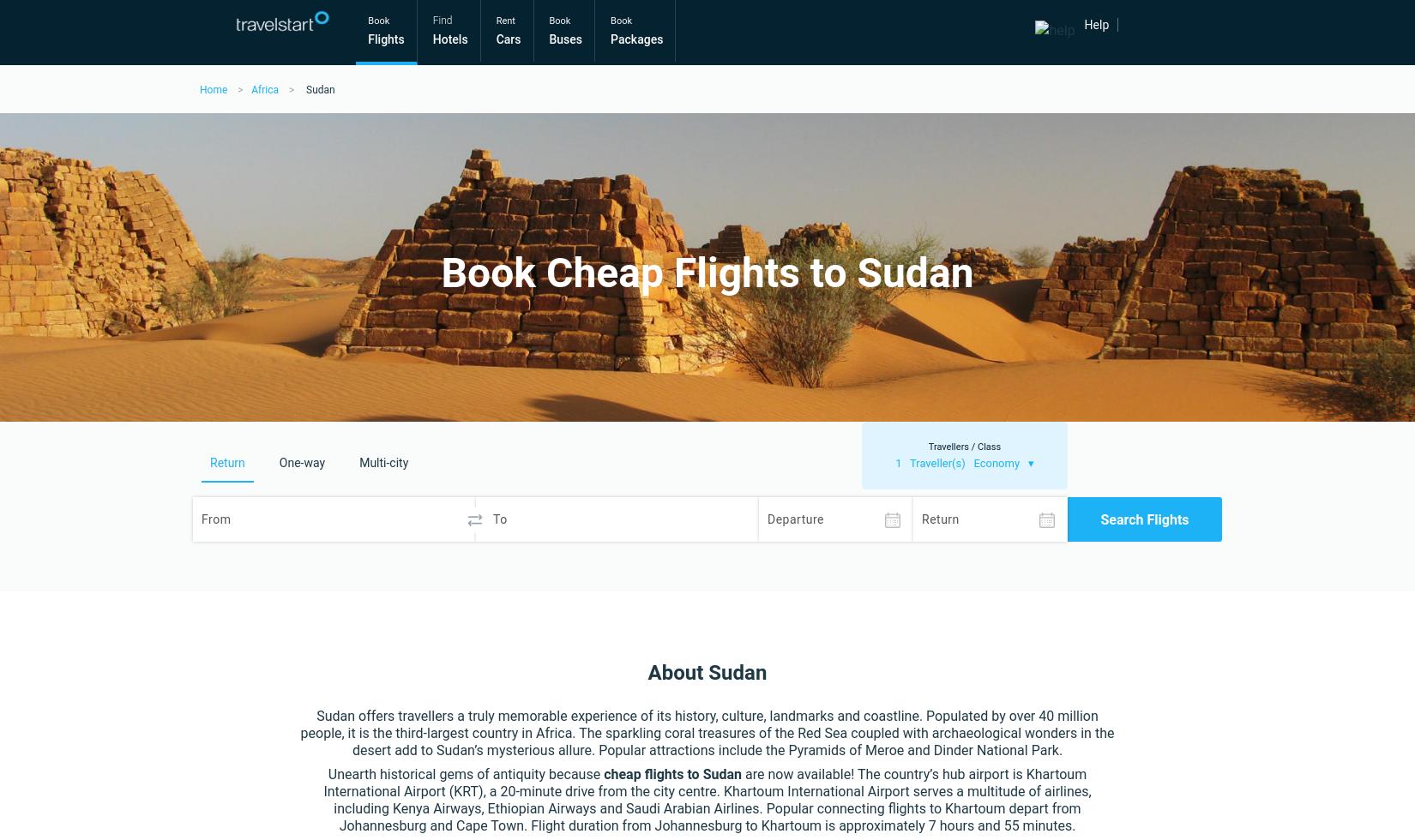 The width and height of the screenshot is (1415, 840). What do you see at coordinates (964, 447) in the screenshot?
I see `'Travellers / Class'` at bounding box center [964, 447].